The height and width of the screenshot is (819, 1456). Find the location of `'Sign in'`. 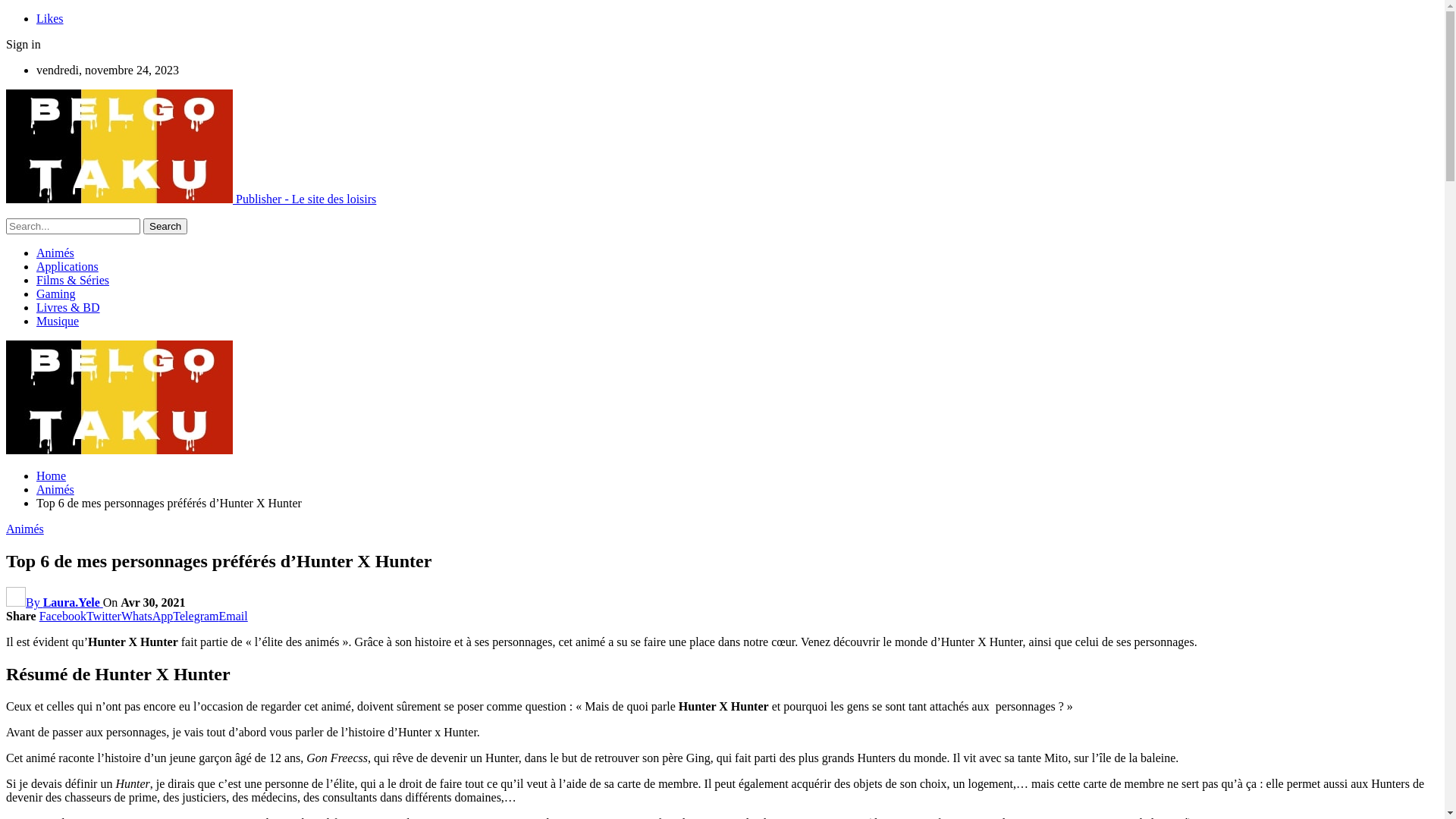

'Sign in' is located at coordinates (23, 43).